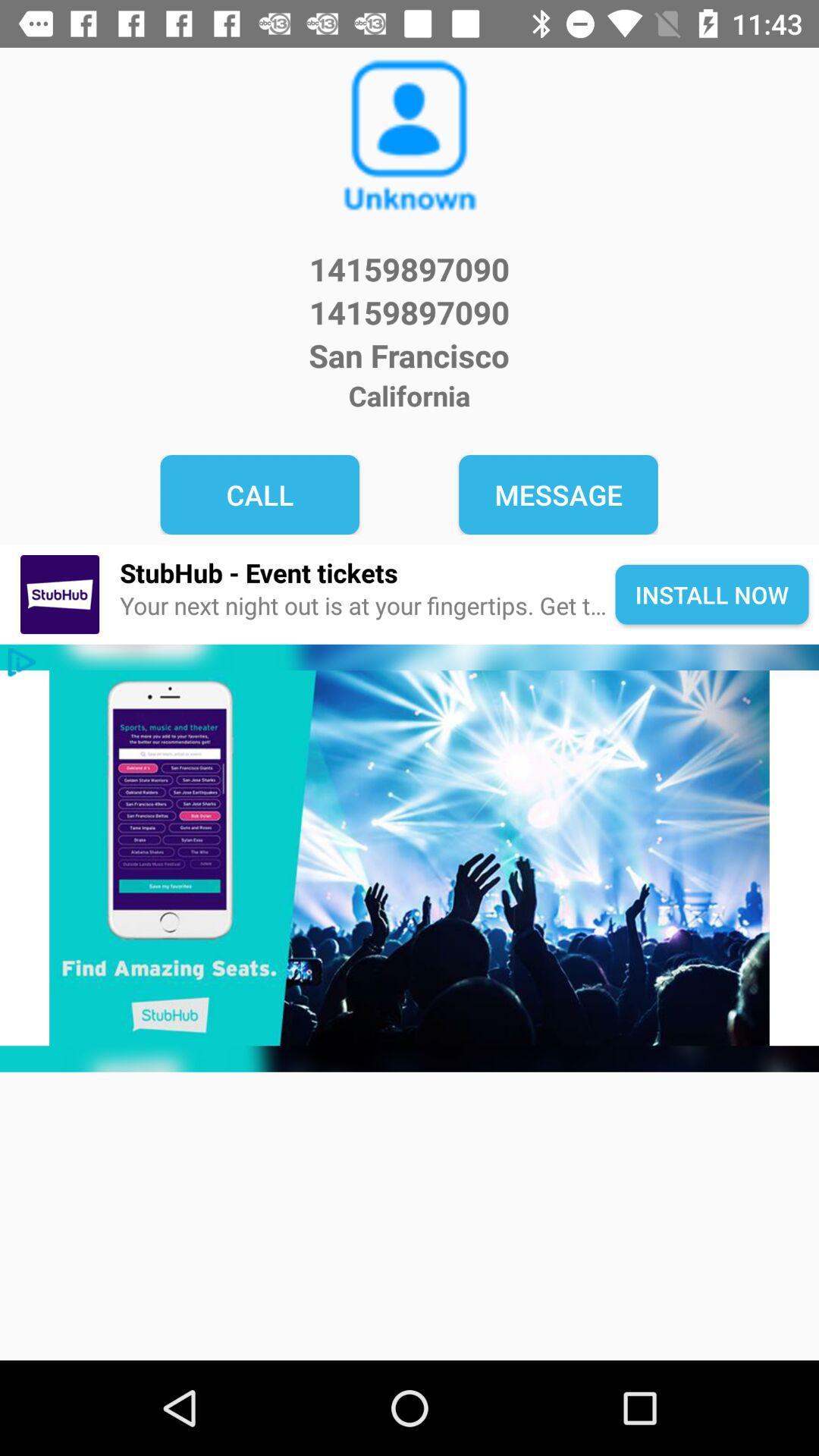  Describe the element at coordinates (558, 494) in the screenshot. I see `message item` at that location.